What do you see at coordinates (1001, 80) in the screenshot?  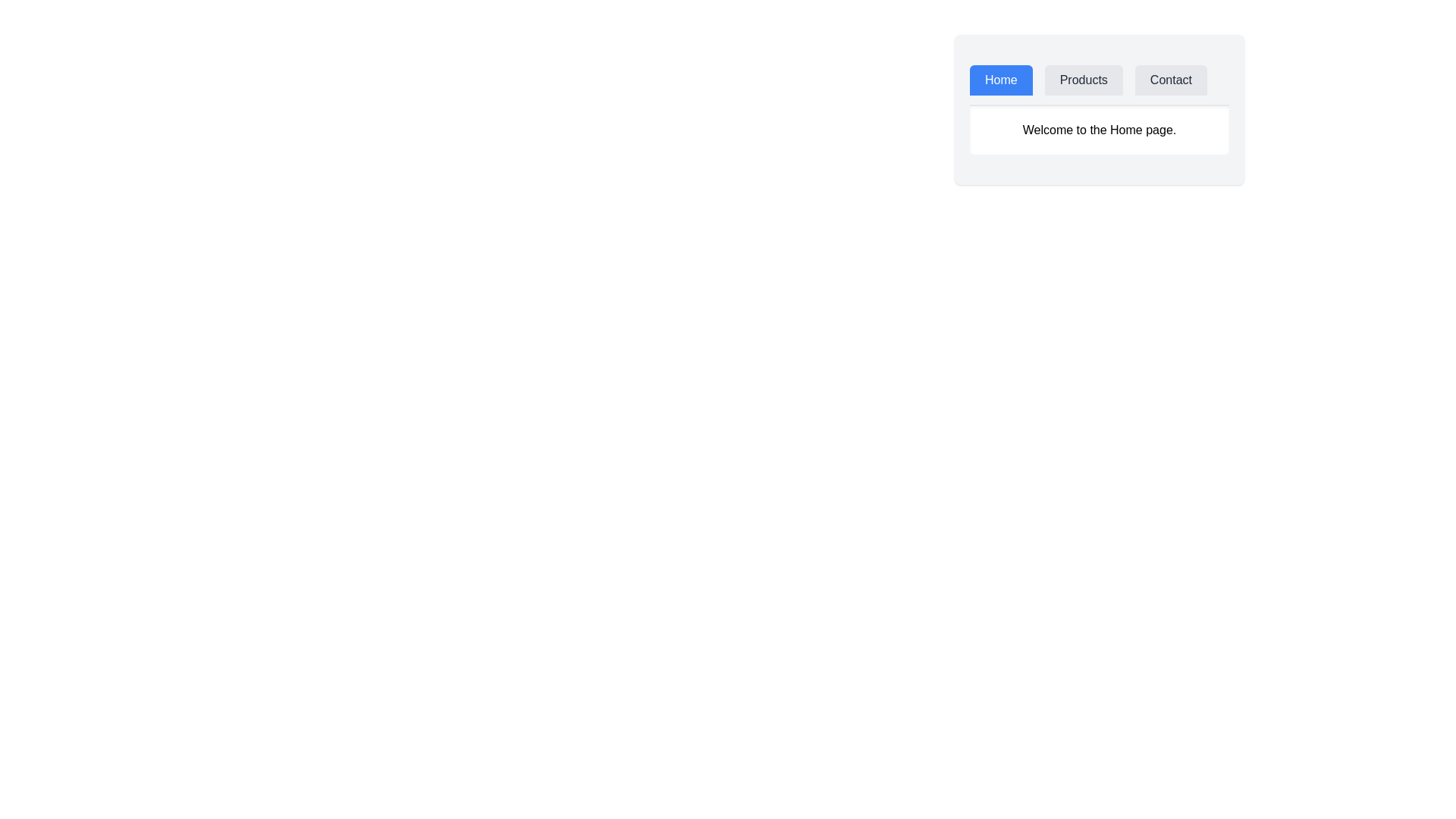 I see `the Home tab to switch its content` at bounding box center [1001, 80].